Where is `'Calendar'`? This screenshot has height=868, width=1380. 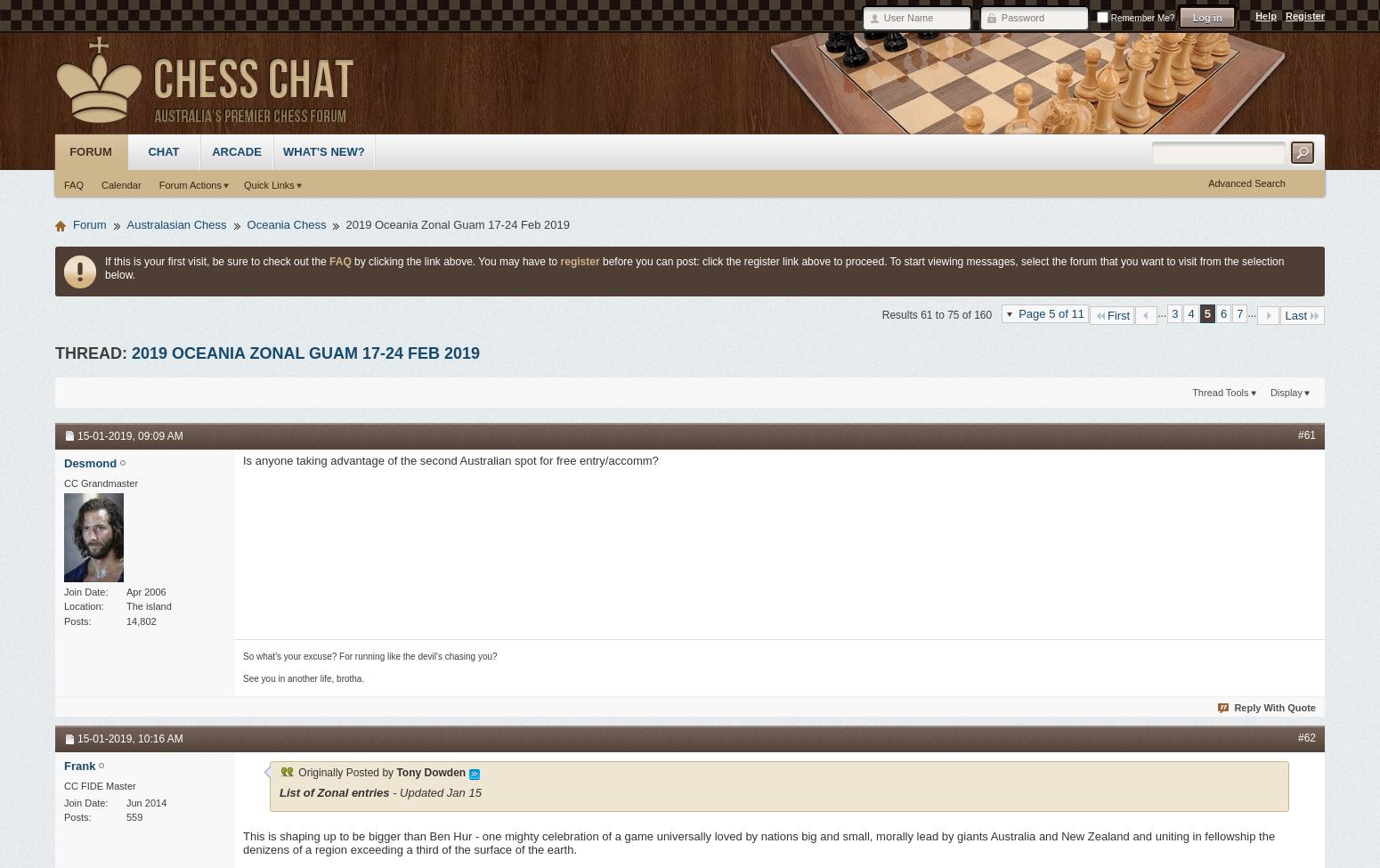
'Calendar' is located at coordinates (120, 184).